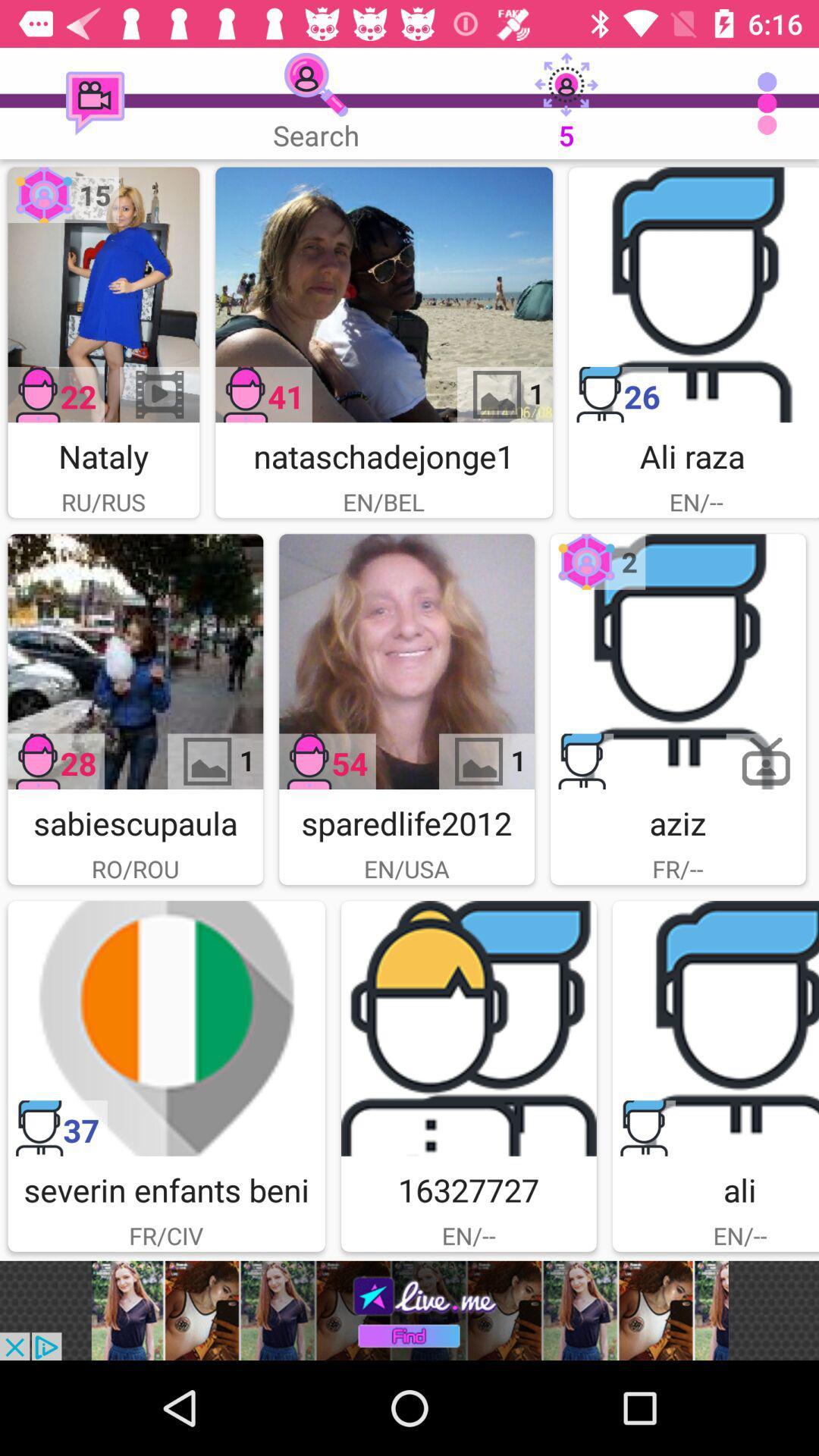 The height and width of the screenshot is (1456, 819). I want to click on advertisement, so click(166, 1028).